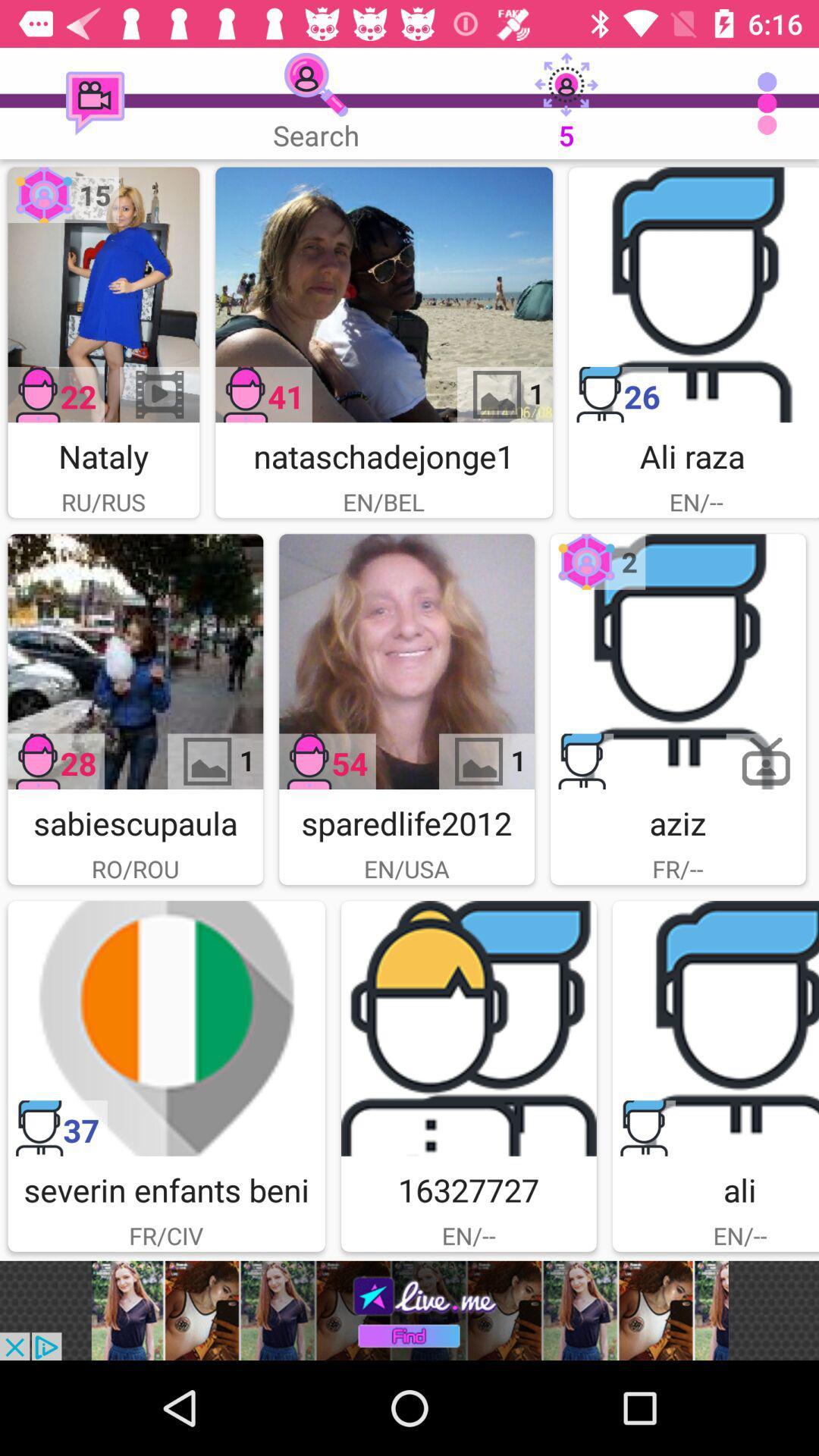 The height and width of the screenshot is (1456, 819). I want to click on advertisement, so click(166, 1028).